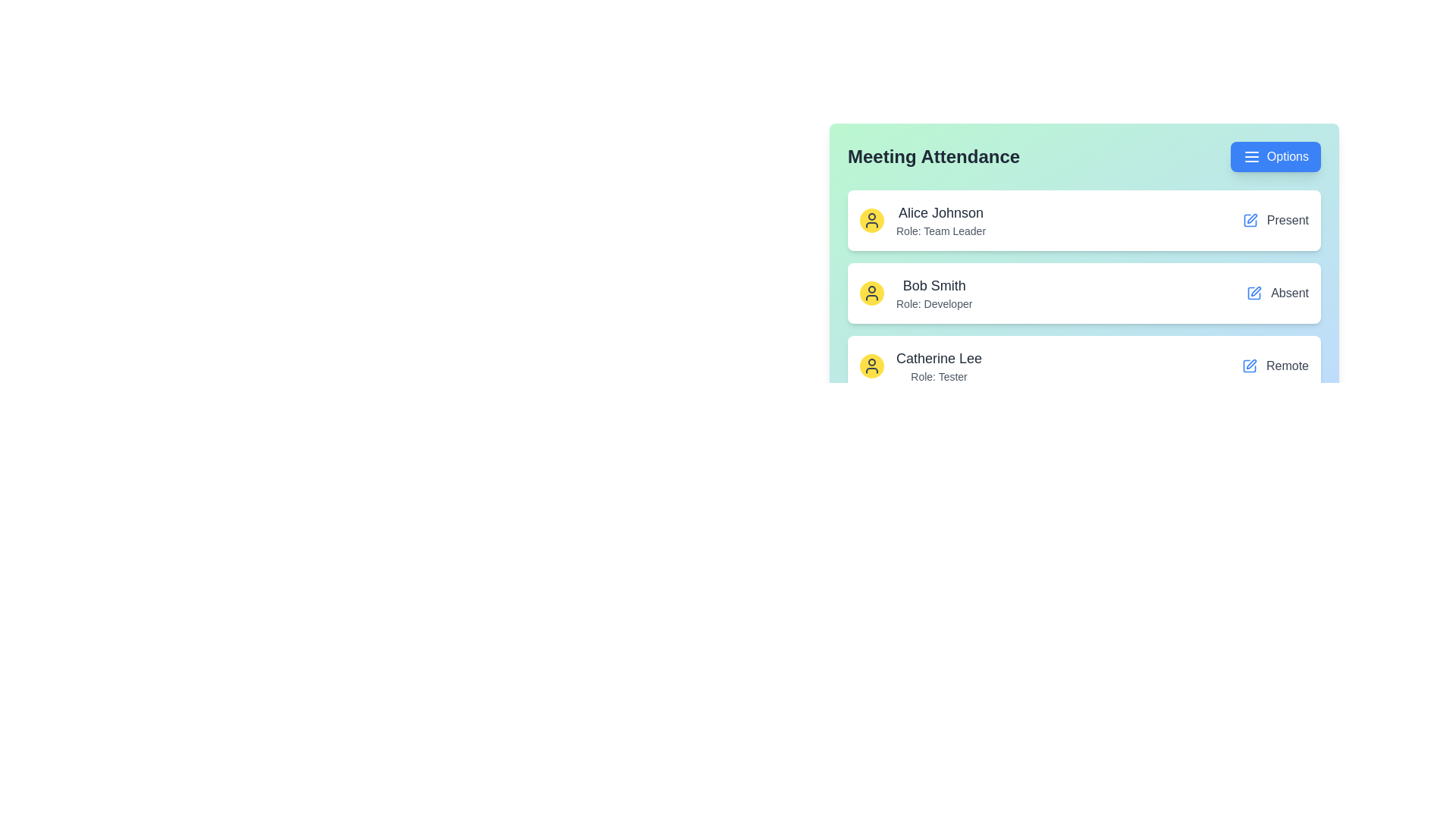  What do you see at coordinates (1084, 293) in the screenshot?
I see `the Information Row that displays details of a team member, positioned between 'Alice Johnson' and 'Catherine Lee'` at bounding box center [1084, 293].